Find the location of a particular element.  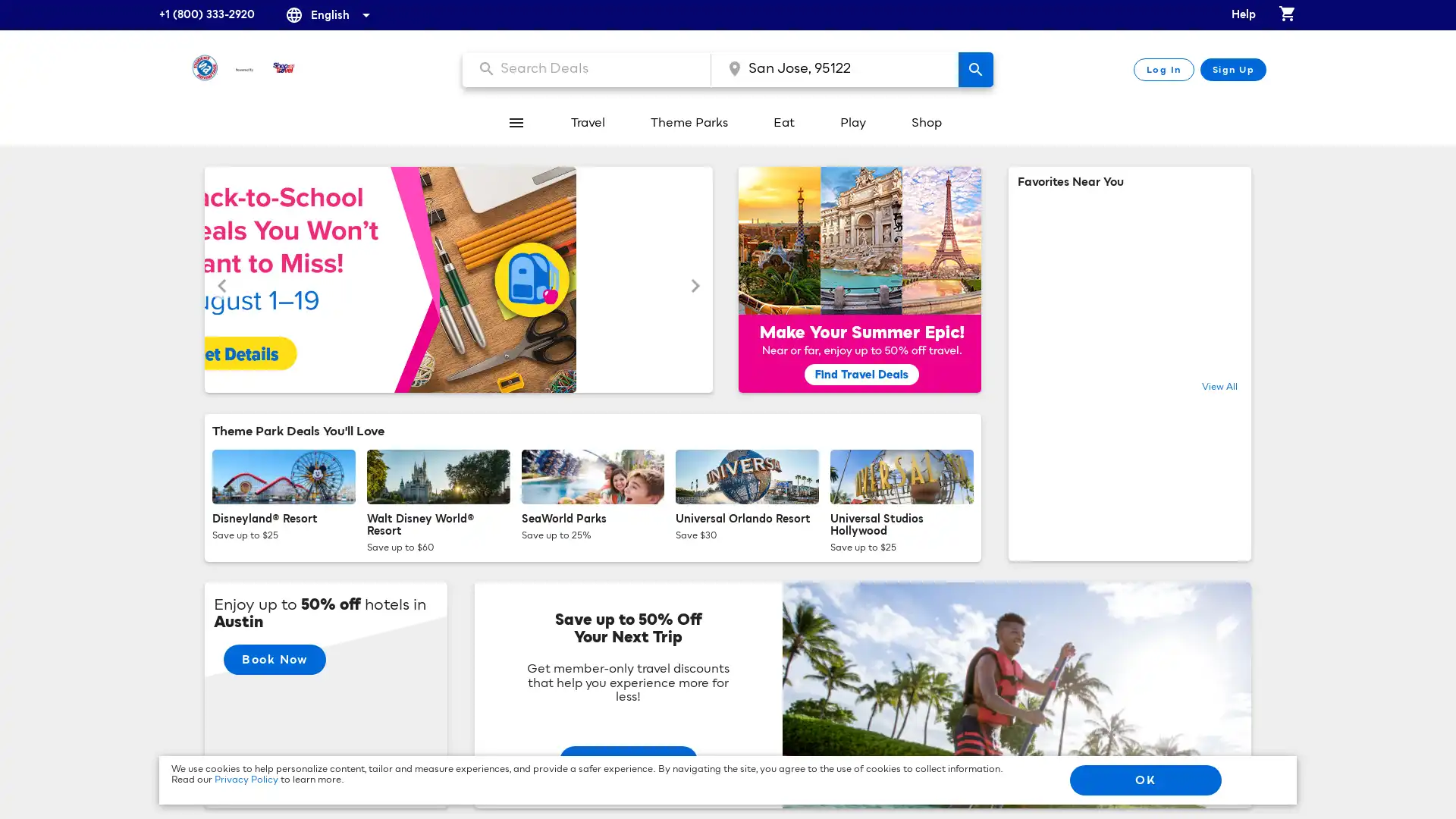

search is located at coordinates (975, 69).